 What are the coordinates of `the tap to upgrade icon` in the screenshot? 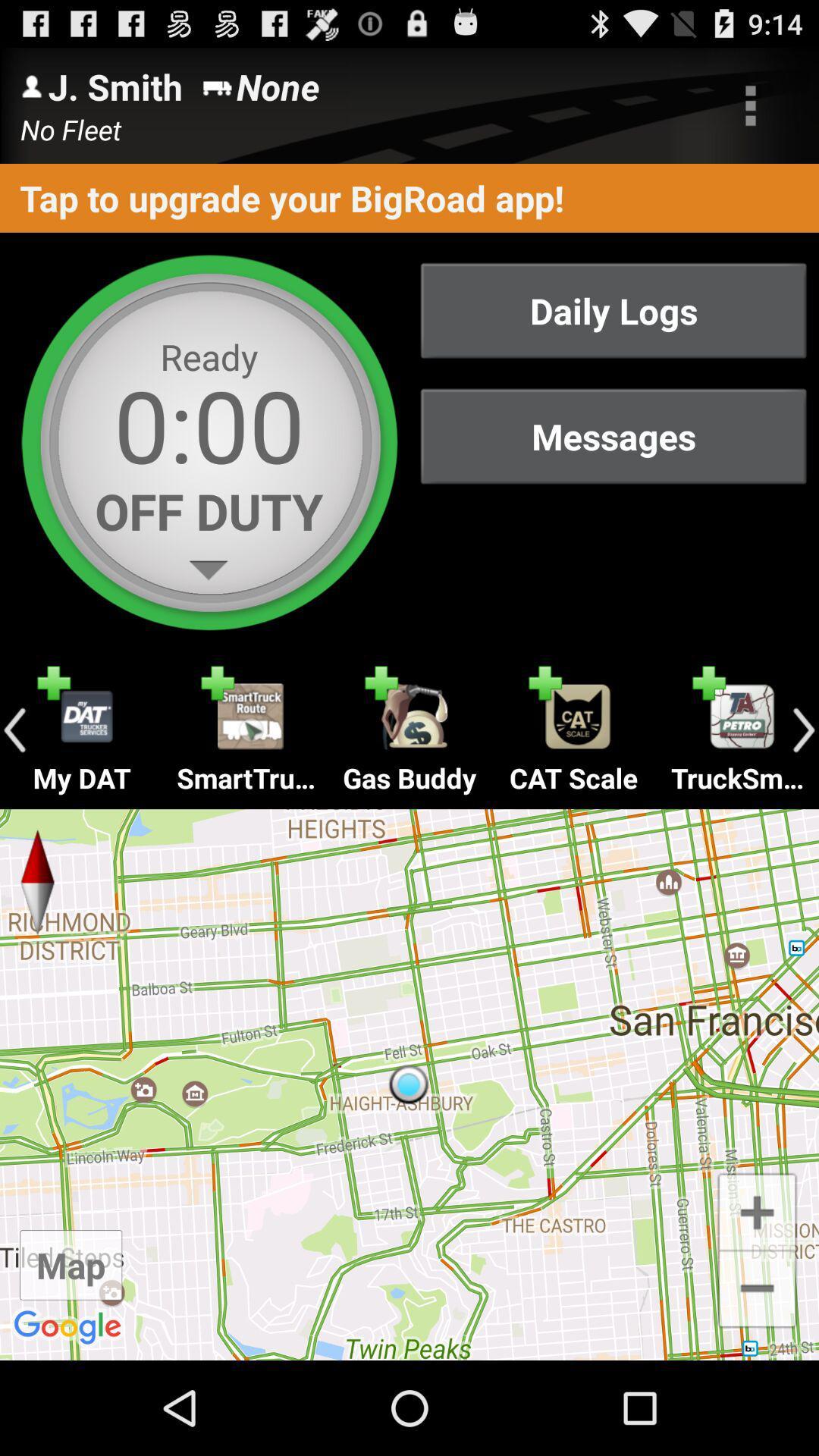 It's located at (409, 197).